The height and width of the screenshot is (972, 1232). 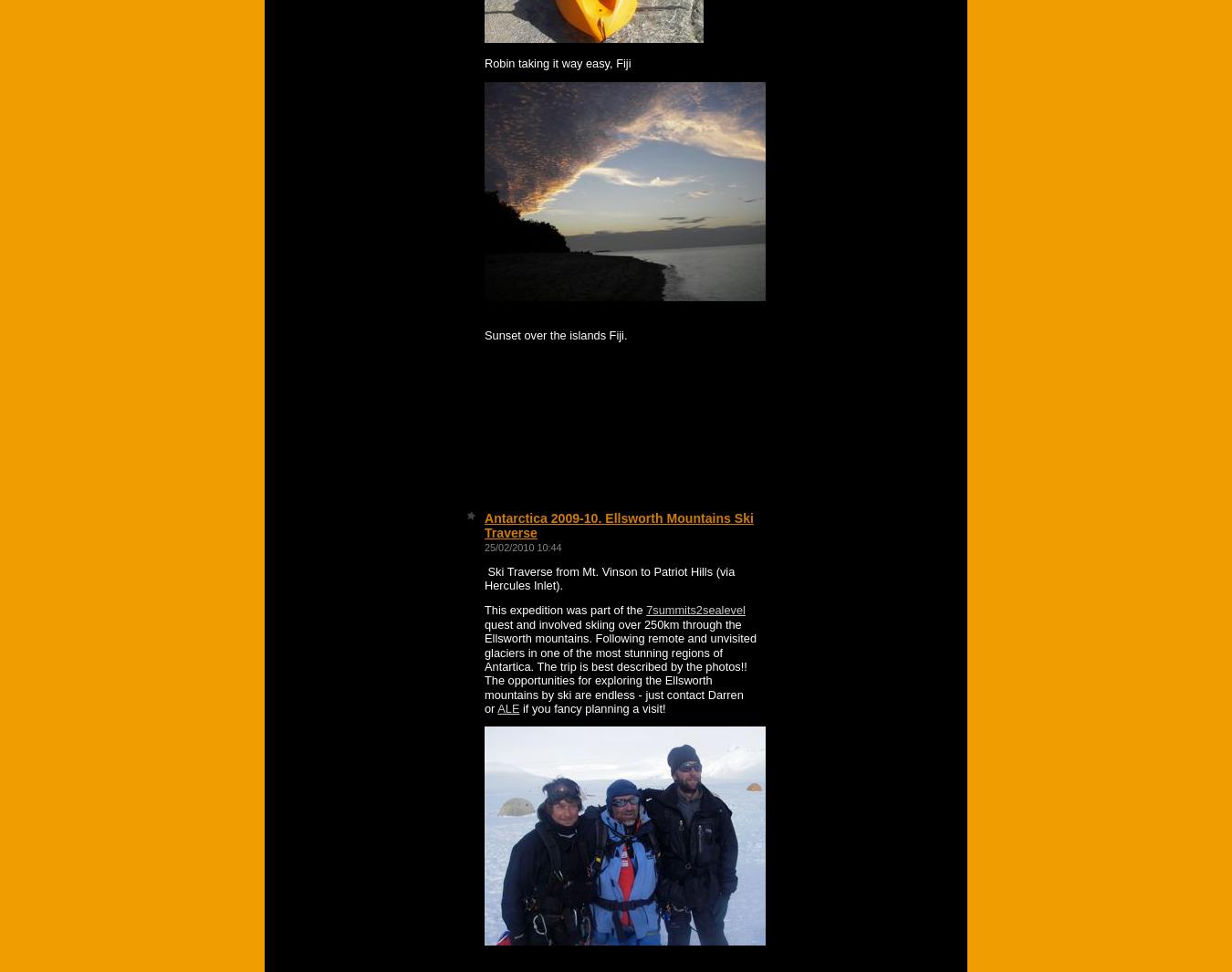 I want to click on 'Ski Traverse from Mt. Vinson to Patriot Hills (via Hercules Inlet).', so click(x=609, y=578).